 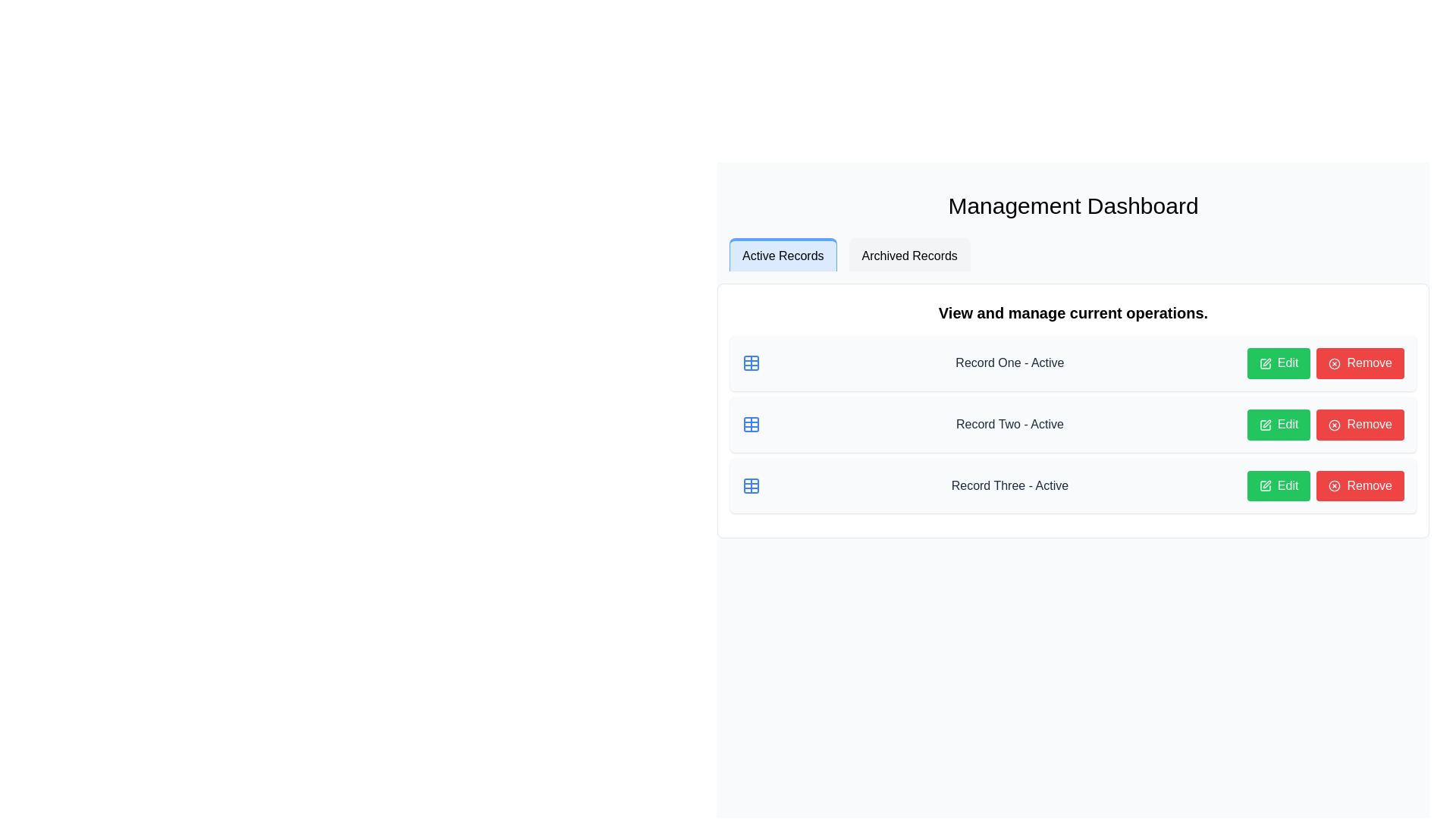 What do you see at coordinates (1072, 312) in the screenshot?
I see `the Text Header that serves as a descriptive header for the section, indicating the purpose or content of the subsequent list` at bounding box center [1072, 312].